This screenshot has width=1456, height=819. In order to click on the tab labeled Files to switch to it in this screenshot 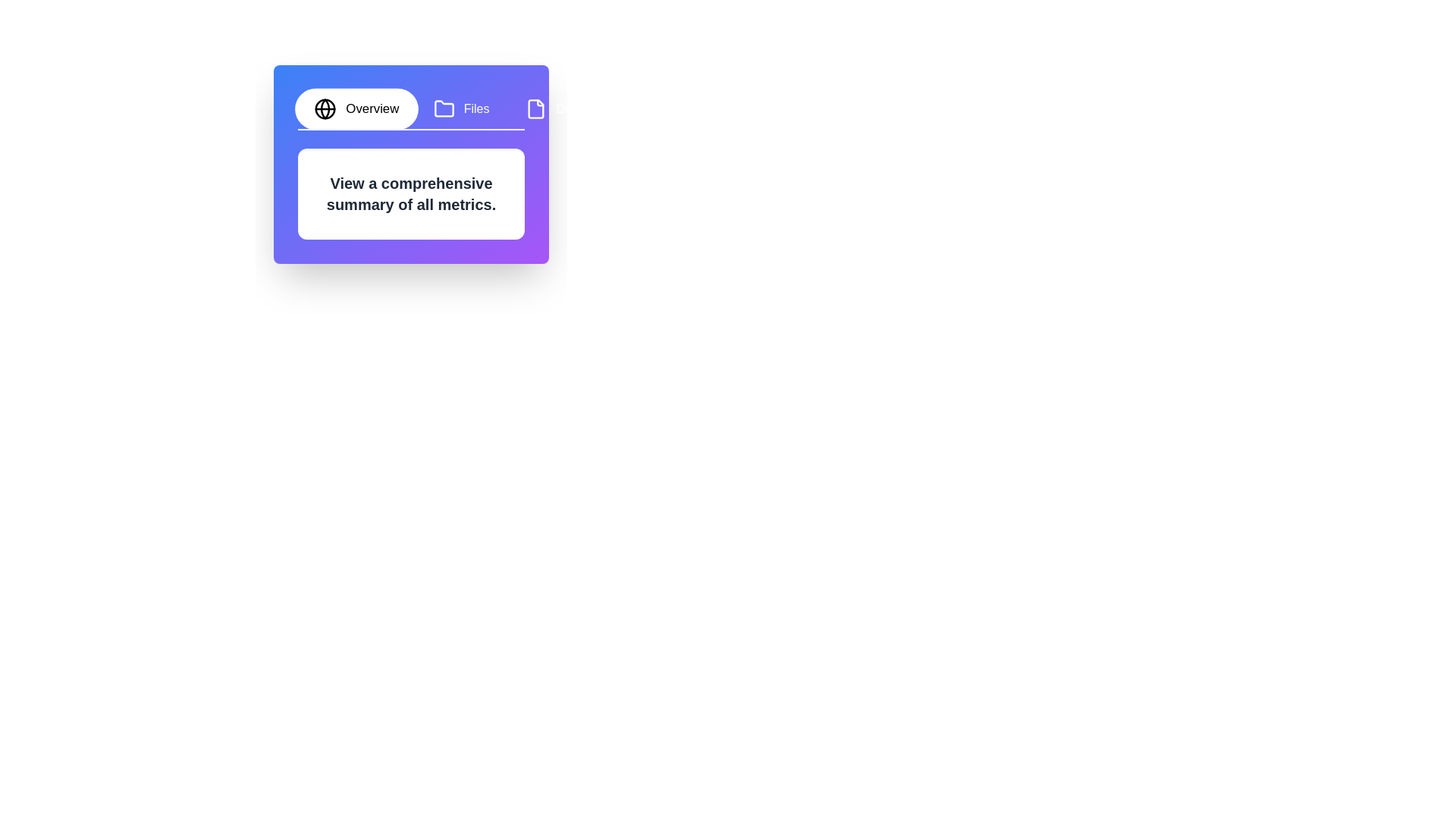, I will do `click(460, 108)`.